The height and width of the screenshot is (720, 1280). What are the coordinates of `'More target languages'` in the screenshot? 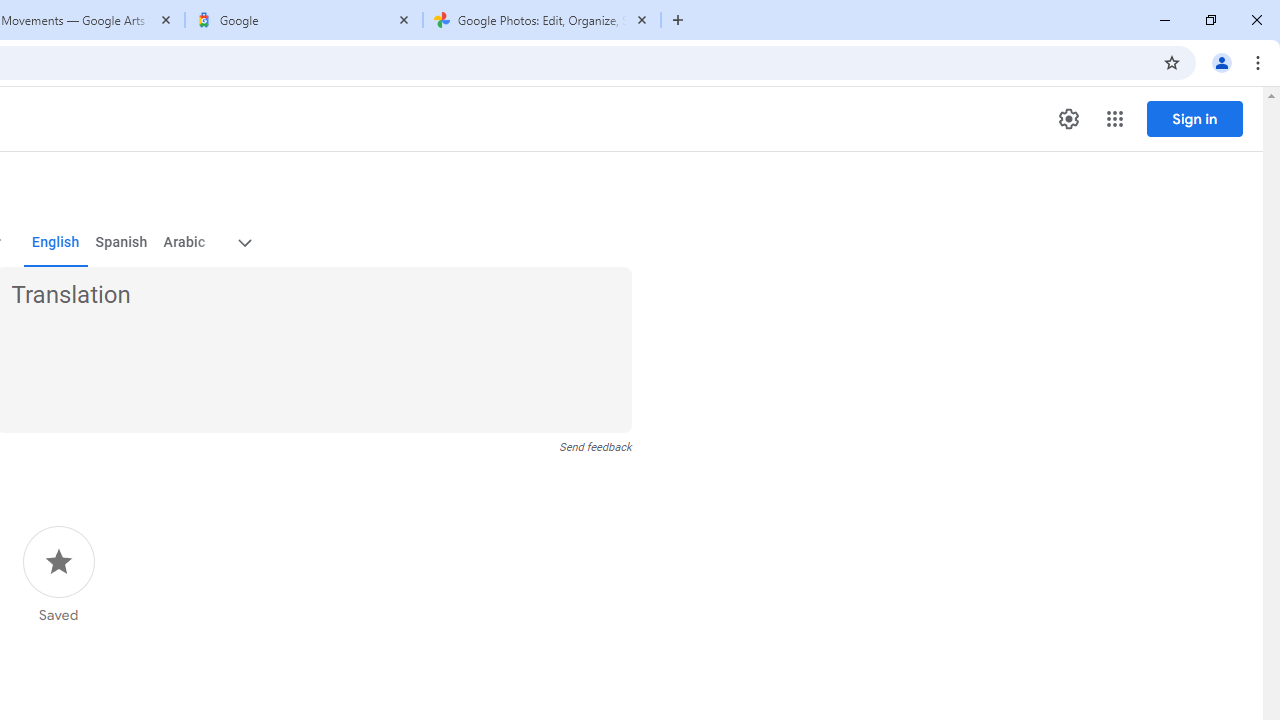 It's located at (243, 242).